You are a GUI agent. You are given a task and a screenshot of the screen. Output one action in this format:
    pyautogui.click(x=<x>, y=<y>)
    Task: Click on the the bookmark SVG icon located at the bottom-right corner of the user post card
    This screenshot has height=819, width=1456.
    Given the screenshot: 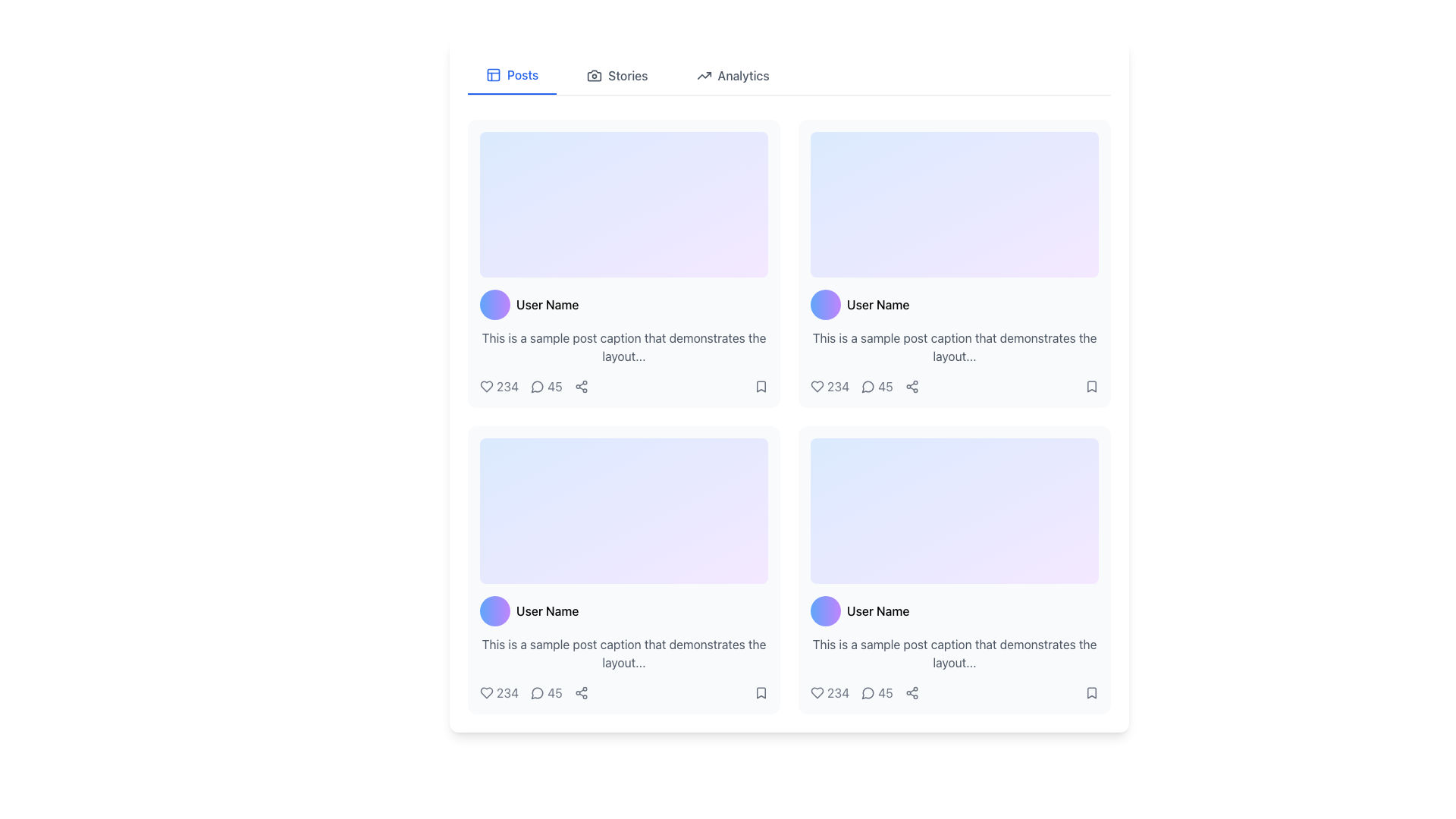 What is the action you would take?
    pyautogui.click(x=1092, y=385)
    